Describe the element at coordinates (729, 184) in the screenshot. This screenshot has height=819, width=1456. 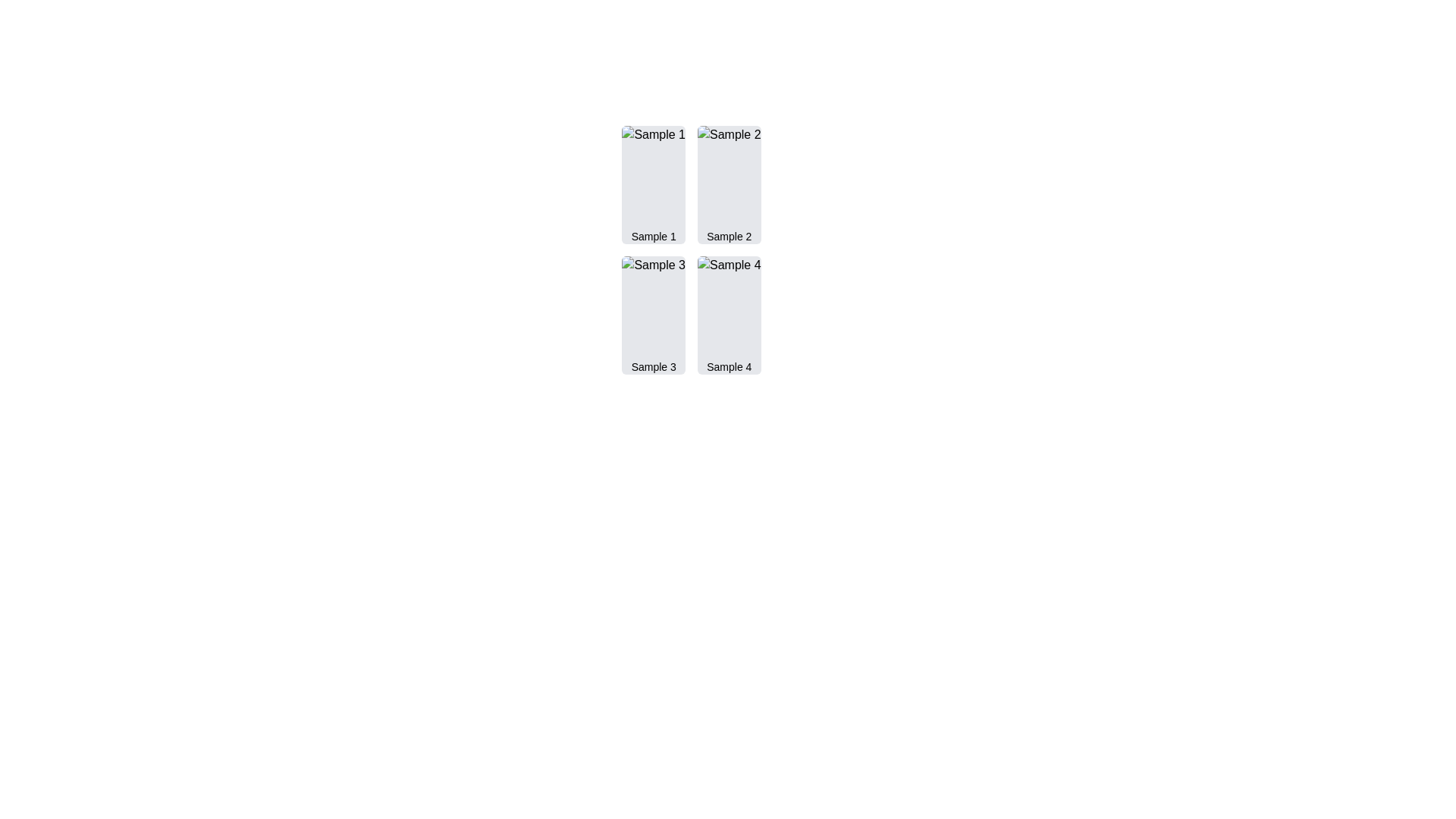
I see `the second visual card in the grid layout` at that location.